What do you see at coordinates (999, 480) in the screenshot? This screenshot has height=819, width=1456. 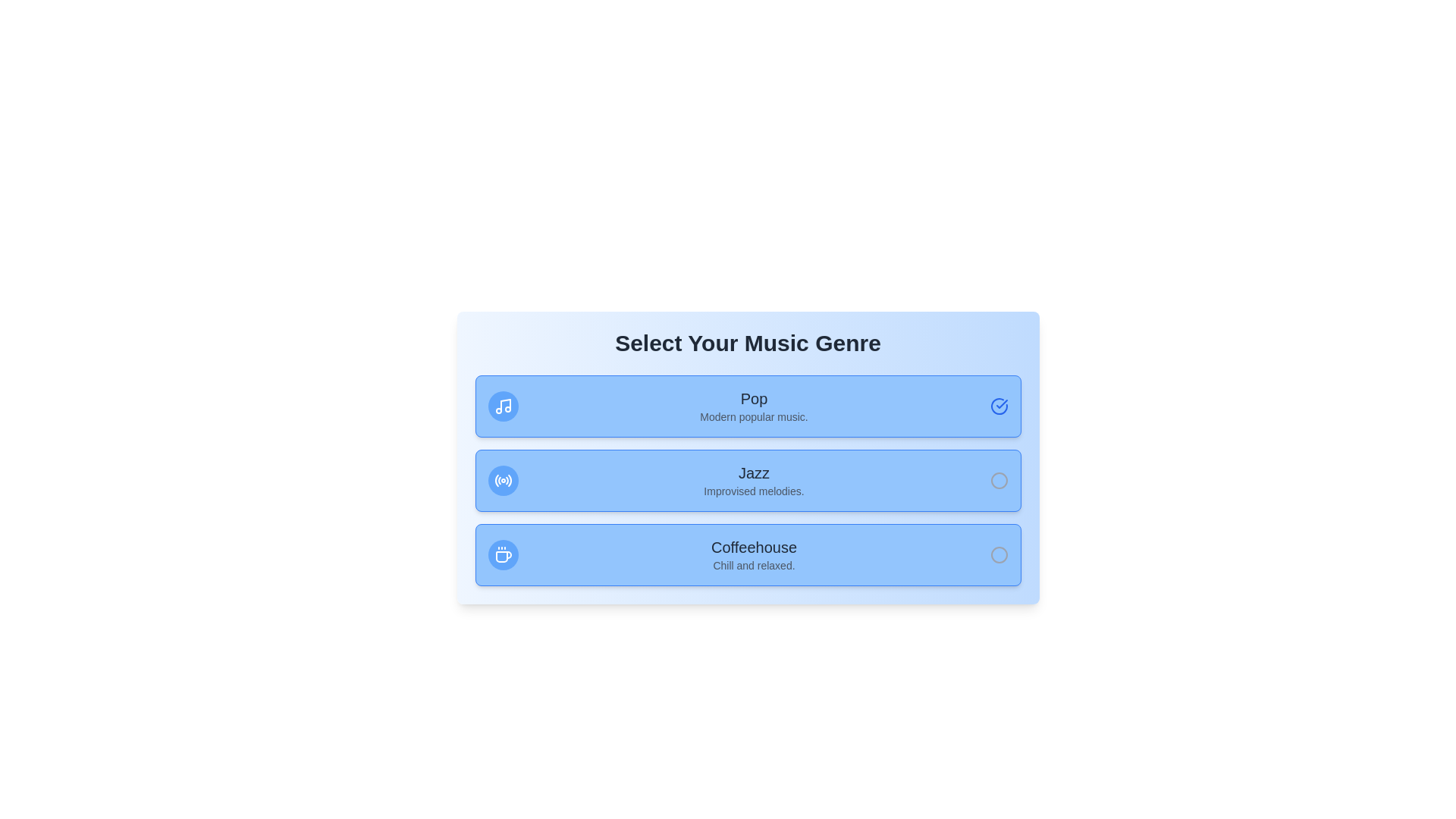 I see `the visual indicator associated with the 'Jazz' option in the music genres list to possibly trigger a tooltip` at bounding box center [999, 480].